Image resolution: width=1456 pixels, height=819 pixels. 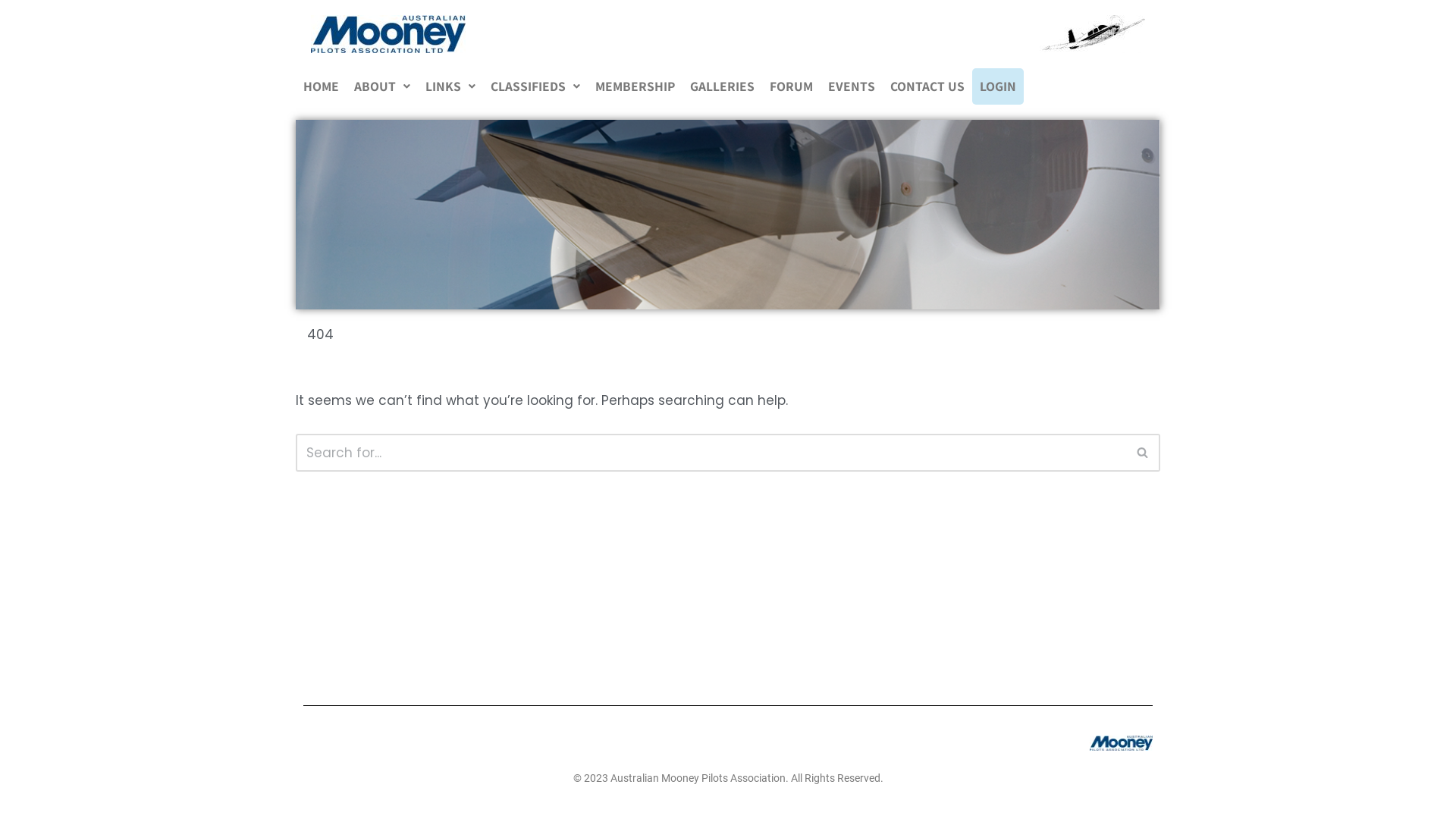 What do you see at coordinates (450, 86) in the screenshot?
I see `'LINKS'` at bounding box center [450, 86].